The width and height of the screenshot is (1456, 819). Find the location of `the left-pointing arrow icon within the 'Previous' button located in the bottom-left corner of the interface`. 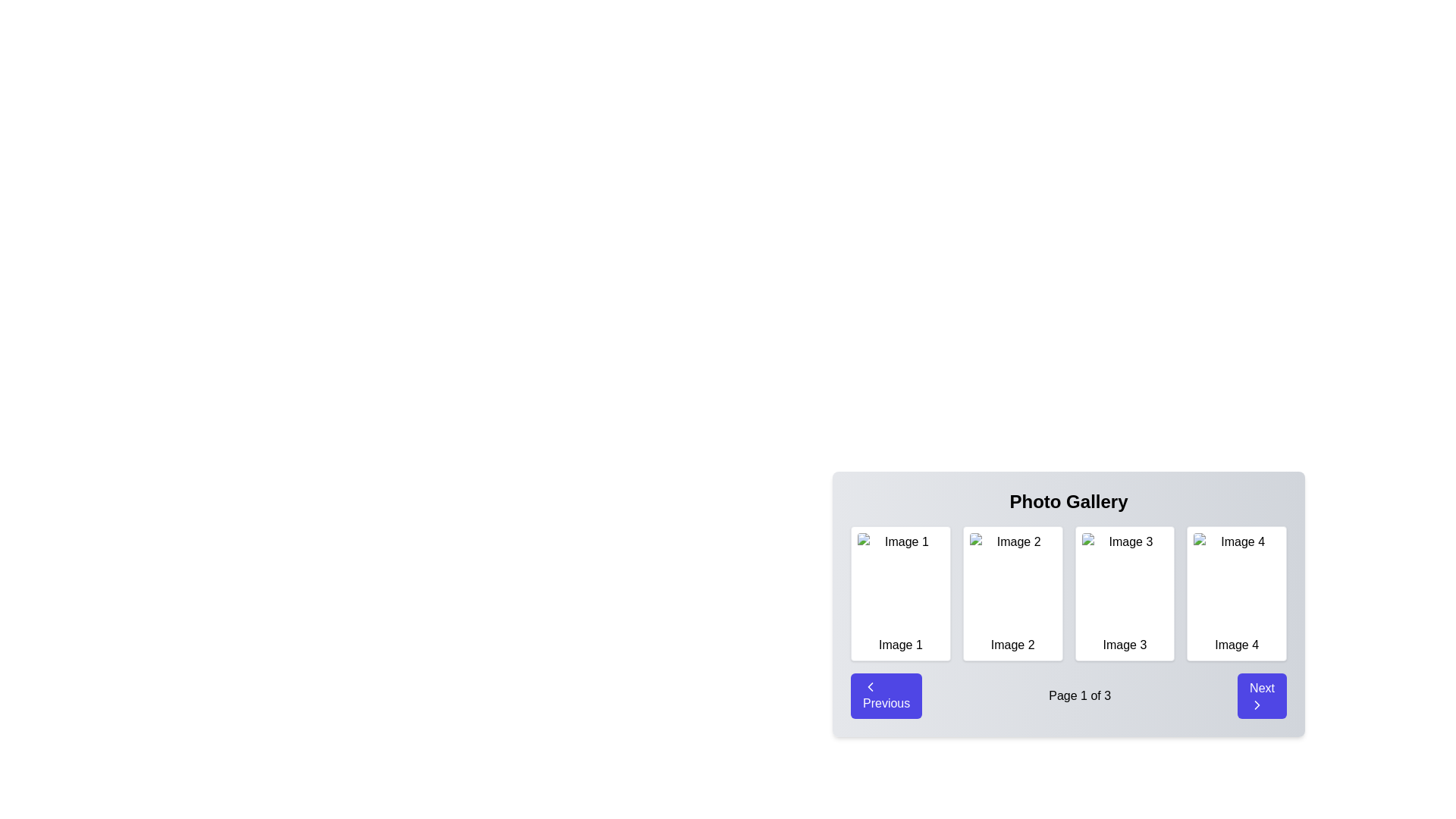

the left-pointing arrow icon within the 'Previous' button located in the bottom-left corner of the interface is located at coordinates (870, 687).